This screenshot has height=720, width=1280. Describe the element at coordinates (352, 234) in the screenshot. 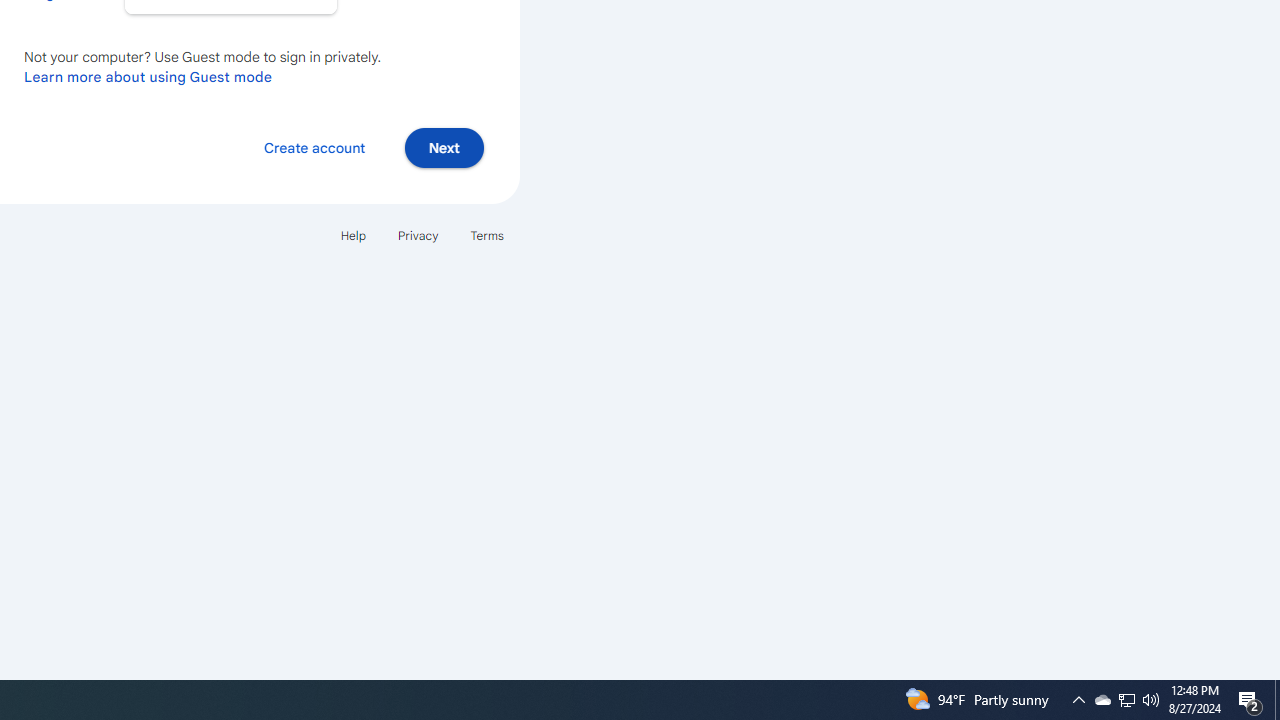

I see `'Help'` at that location.